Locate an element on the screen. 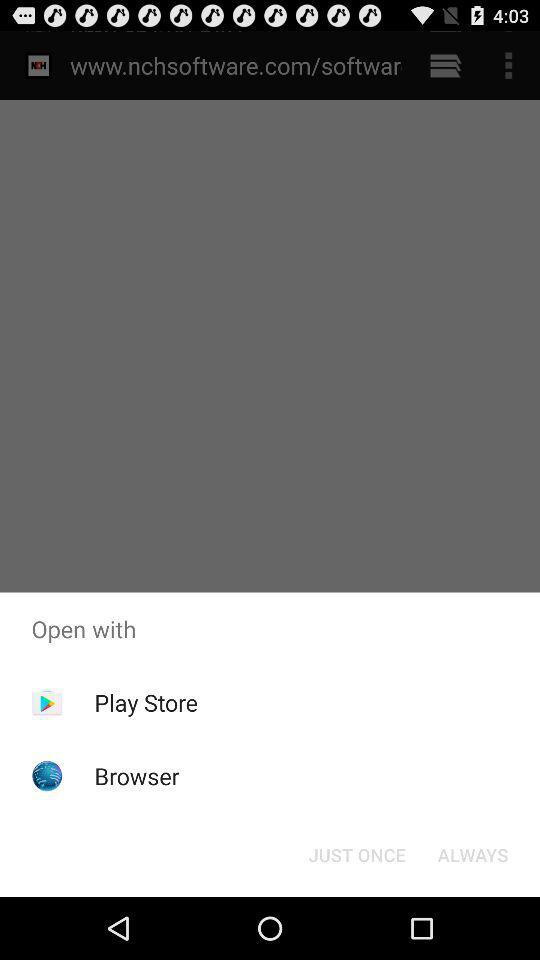 The height and width of the screenshot is (960, 540). play store icon is located at coordinates (145, 702).